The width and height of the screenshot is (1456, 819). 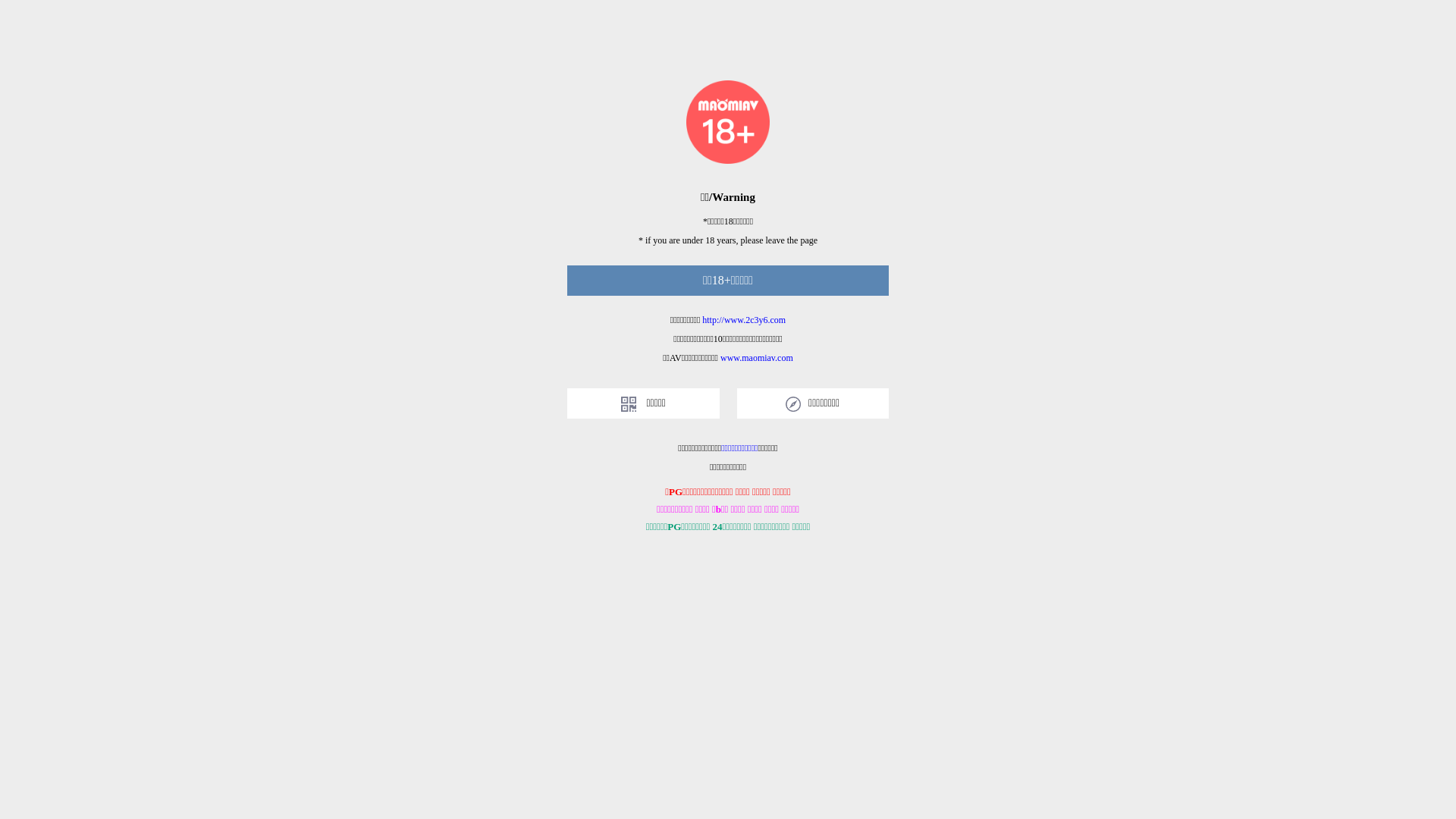 What do you see at coordinates (743, 318) in the screenshot?
I see `'http://www.2c3y6.com'` at bounding box center [743, 318].